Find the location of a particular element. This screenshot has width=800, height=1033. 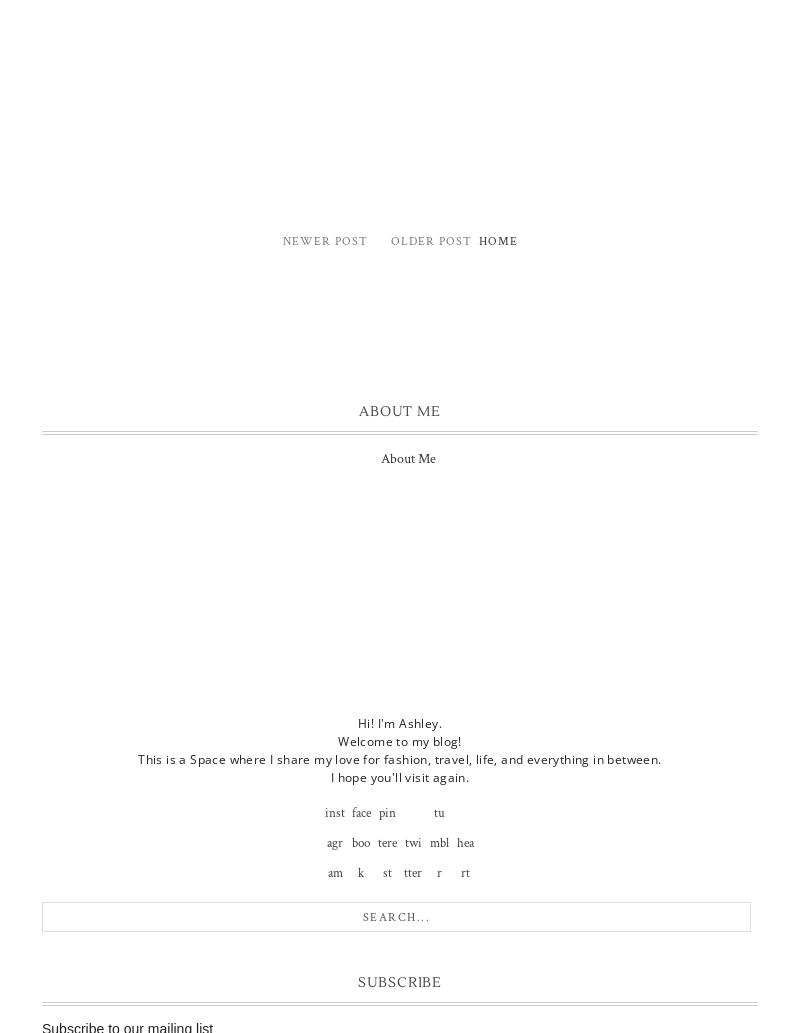

'tumblr' is located at coordinates (437, 842).